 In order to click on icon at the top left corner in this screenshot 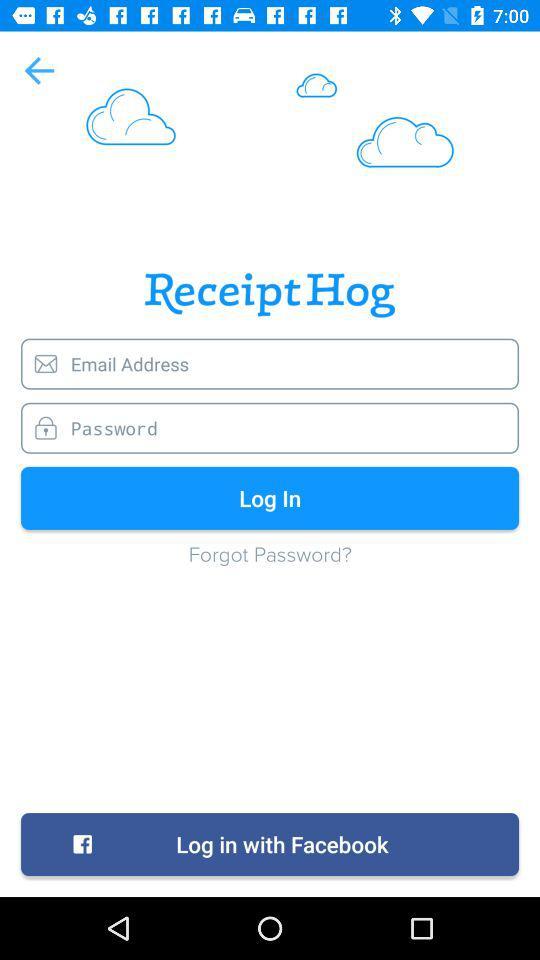, I will do `click(39, 70)`.